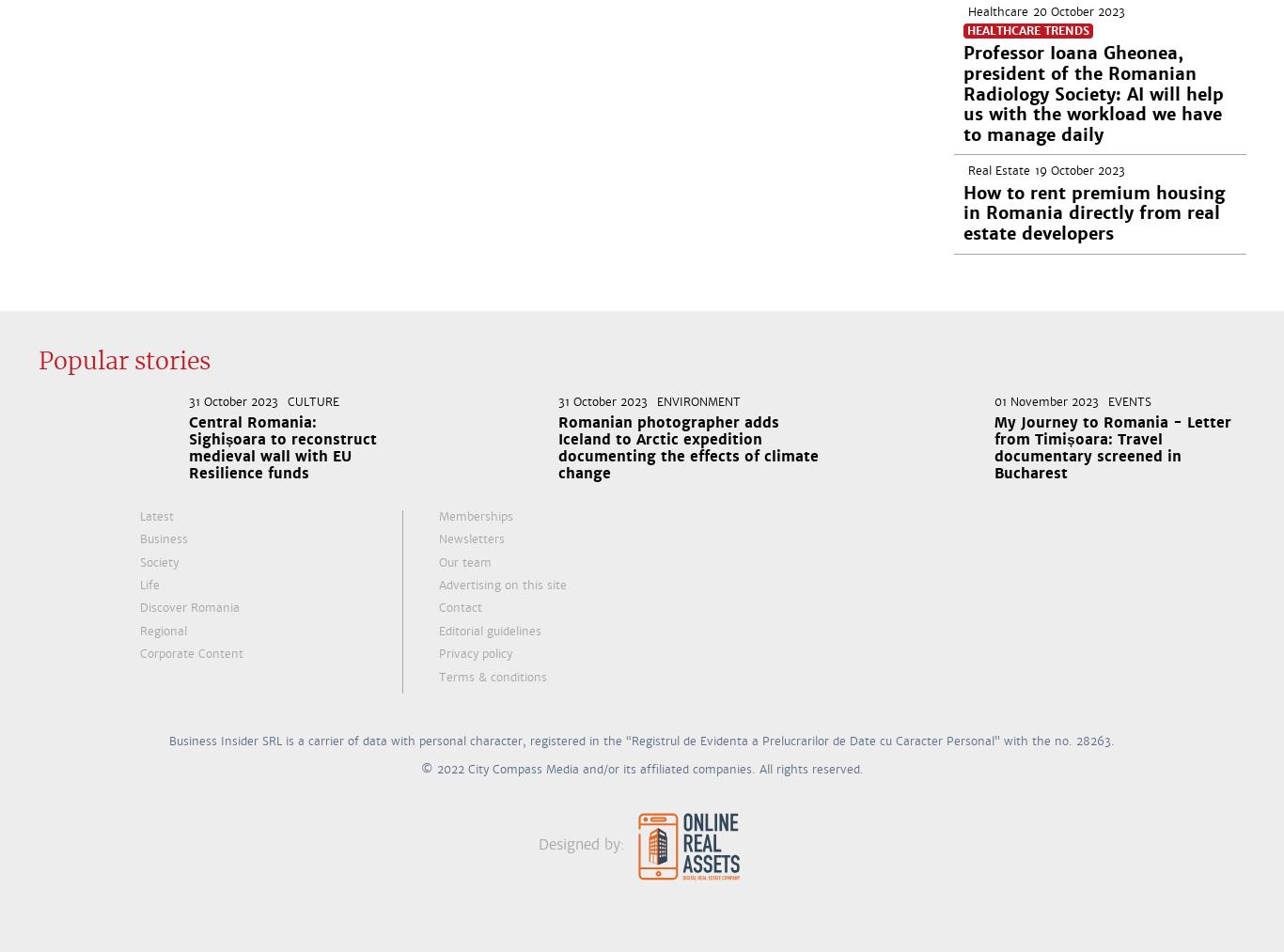 Image resolution: width=1284 pixels, height=952 pixels. I want to click on 'Healthcare Trends', so click(965, 30).